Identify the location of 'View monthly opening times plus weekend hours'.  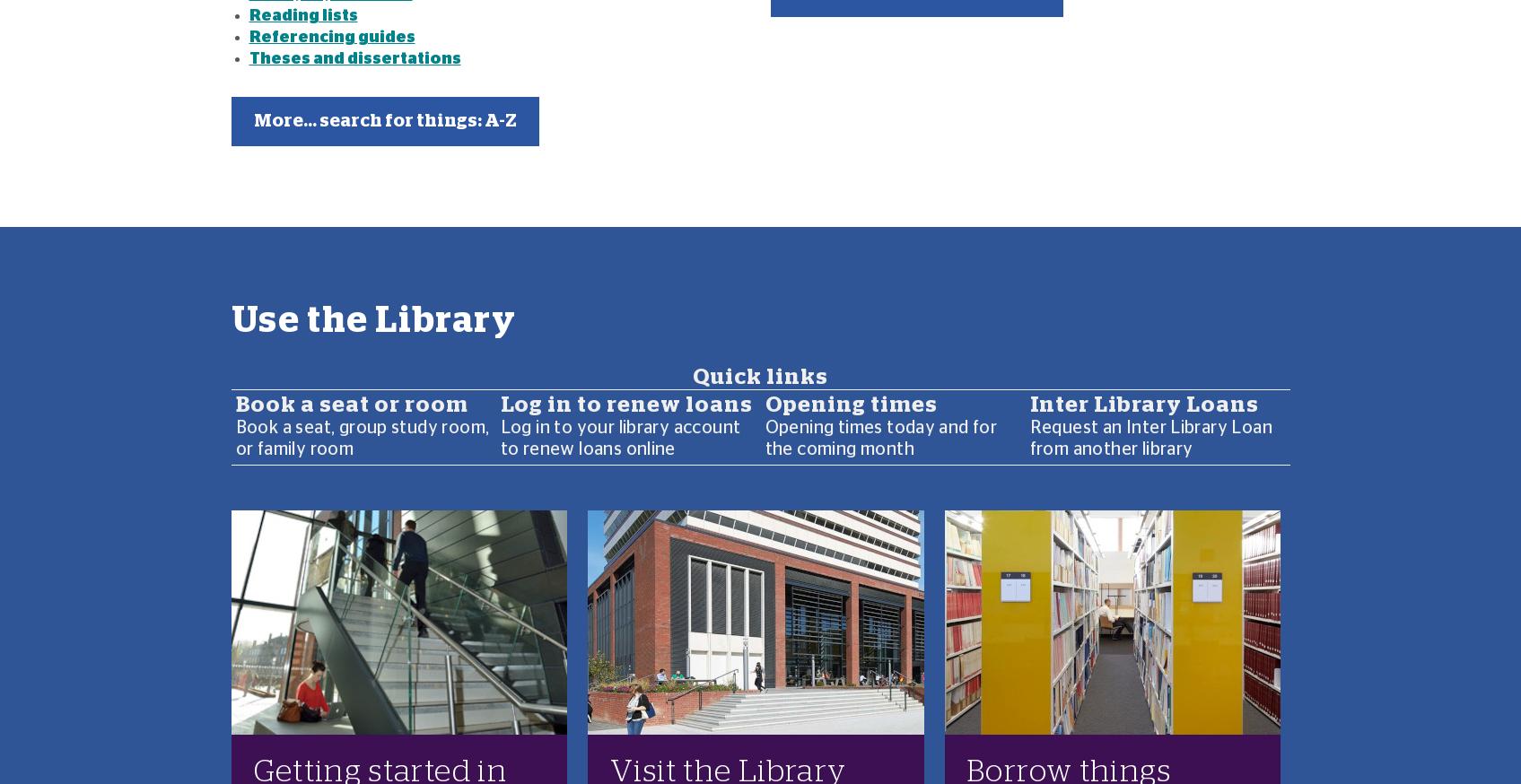
(456, 328).